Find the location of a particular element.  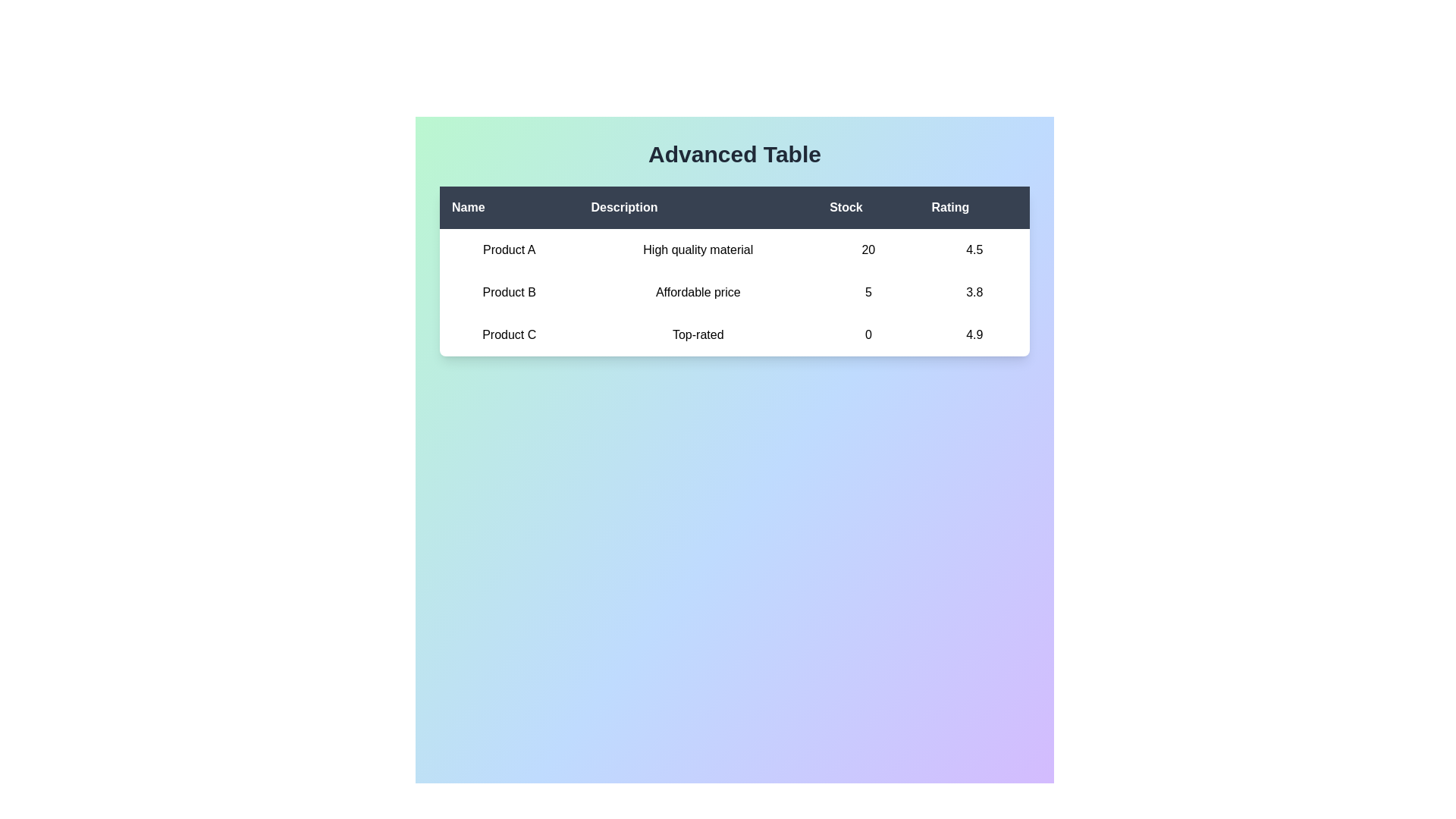

the 'Stock' text label in the table header is located at coordinates (868, 207).